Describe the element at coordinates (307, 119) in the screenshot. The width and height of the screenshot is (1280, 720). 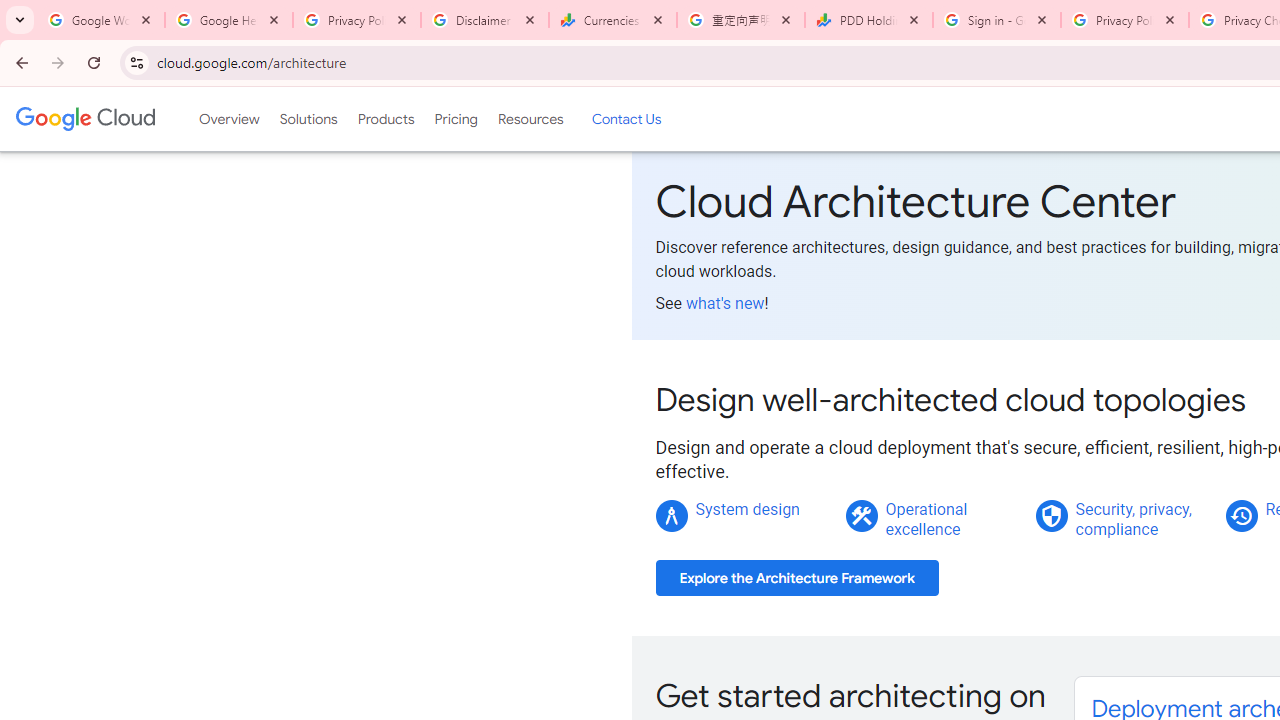
I see `'Solutions'` at that location.